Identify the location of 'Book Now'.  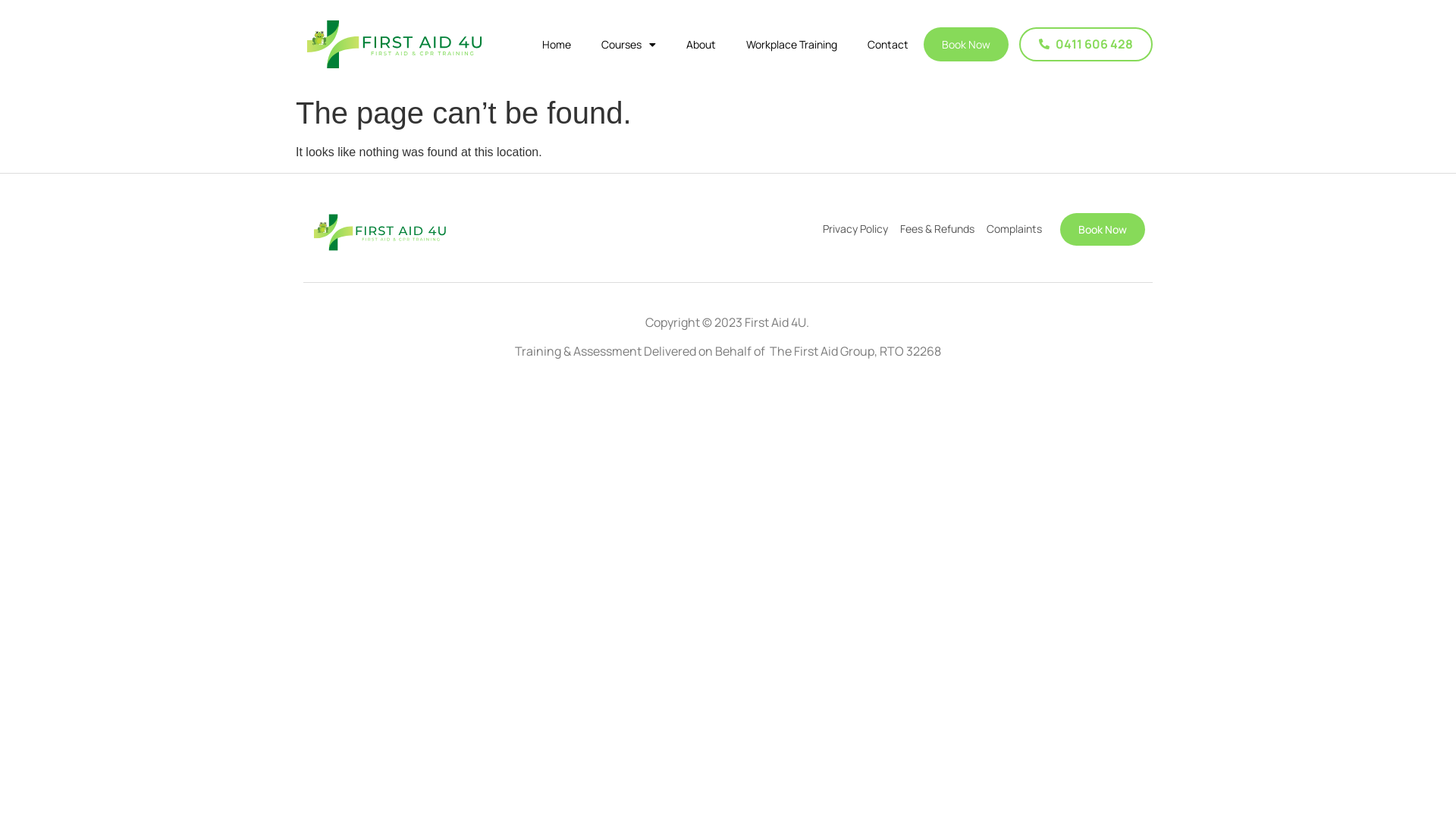
(965, 43).